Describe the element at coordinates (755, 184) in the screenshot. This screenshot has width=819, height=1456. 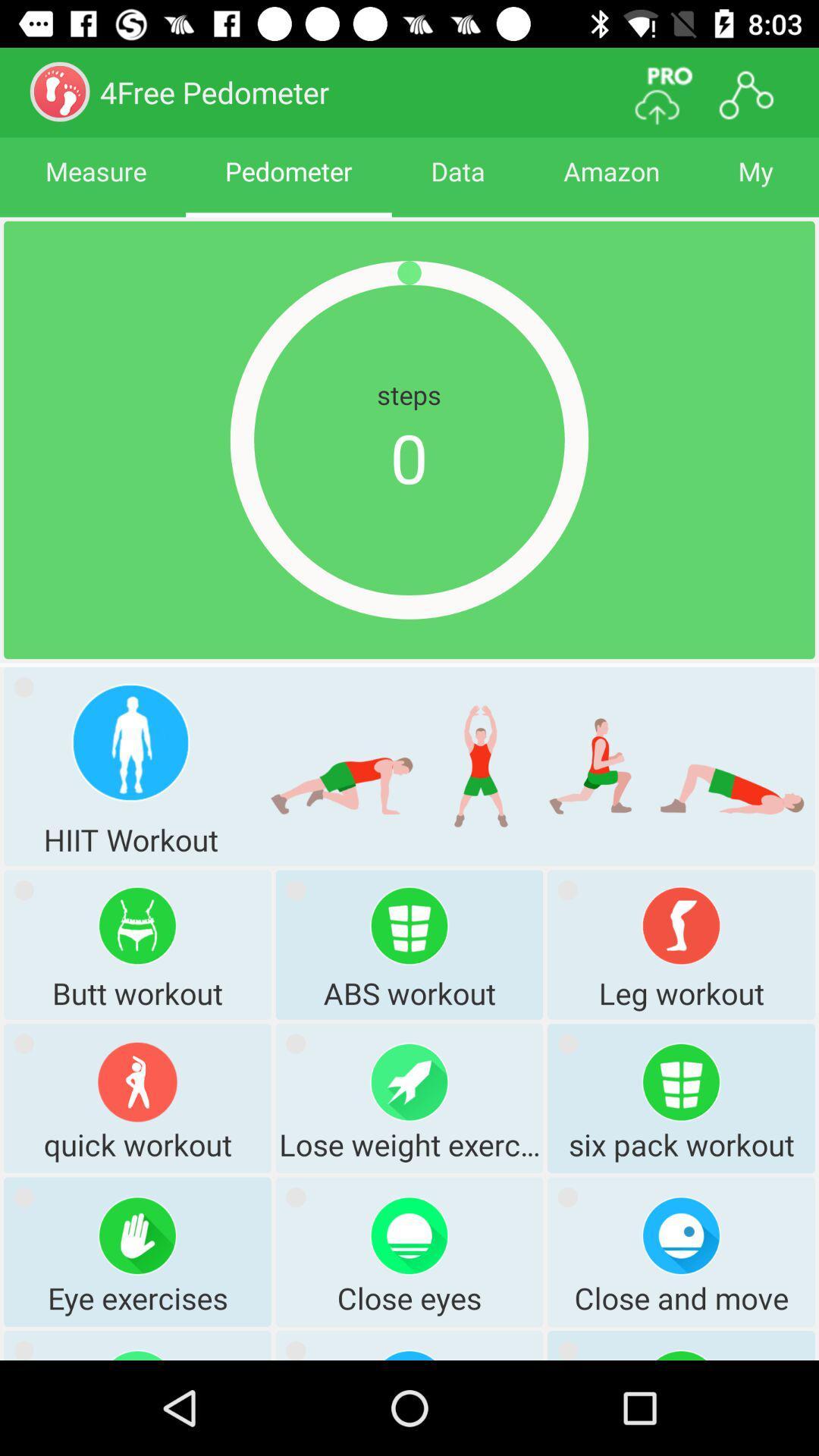
I see `my item` at that location.